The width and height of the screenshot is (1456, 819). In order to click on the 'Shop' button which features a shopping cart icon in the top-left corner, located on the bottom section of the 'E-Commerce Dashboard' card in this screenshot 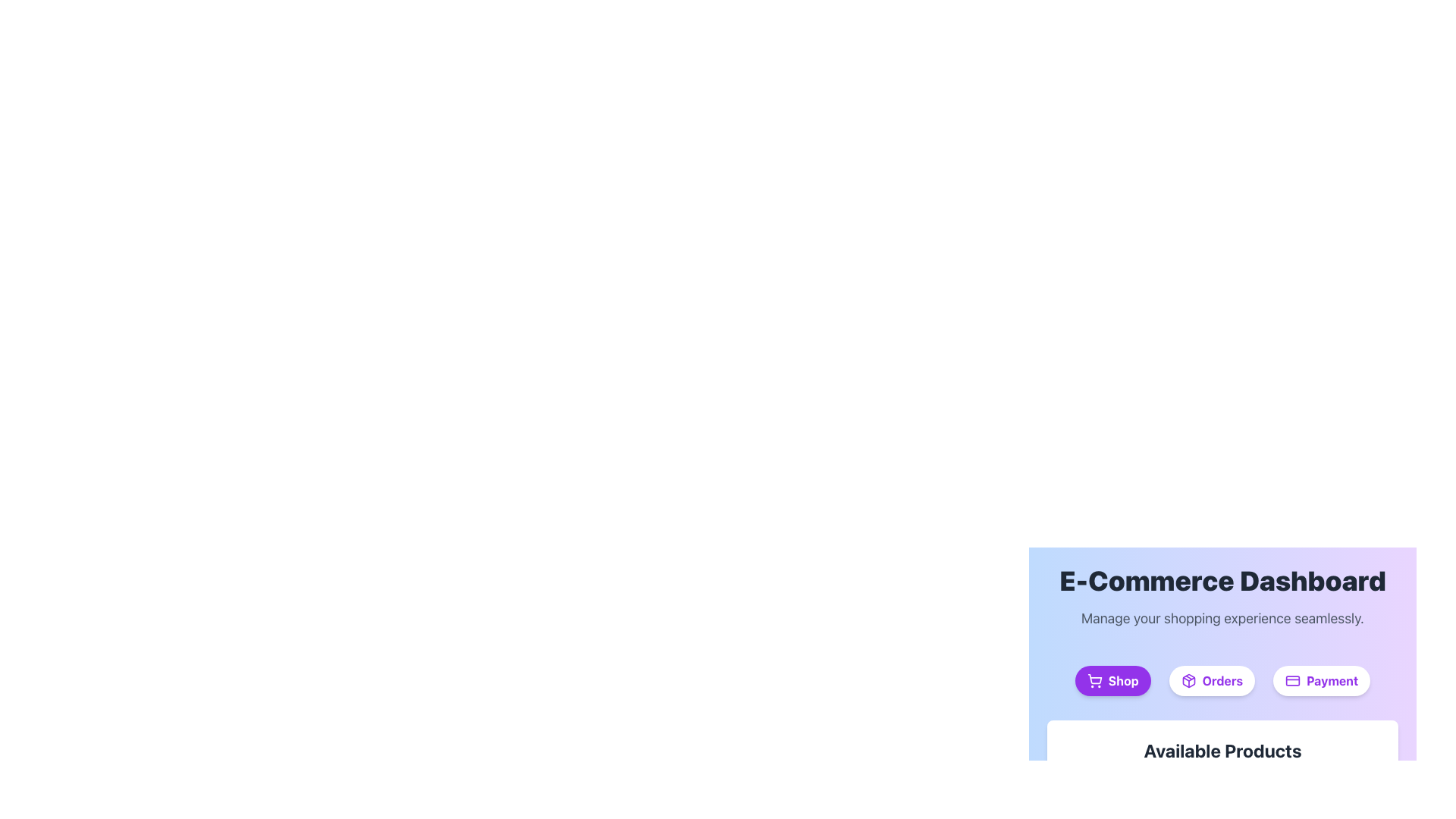, I will do `click(1094, 678)`.